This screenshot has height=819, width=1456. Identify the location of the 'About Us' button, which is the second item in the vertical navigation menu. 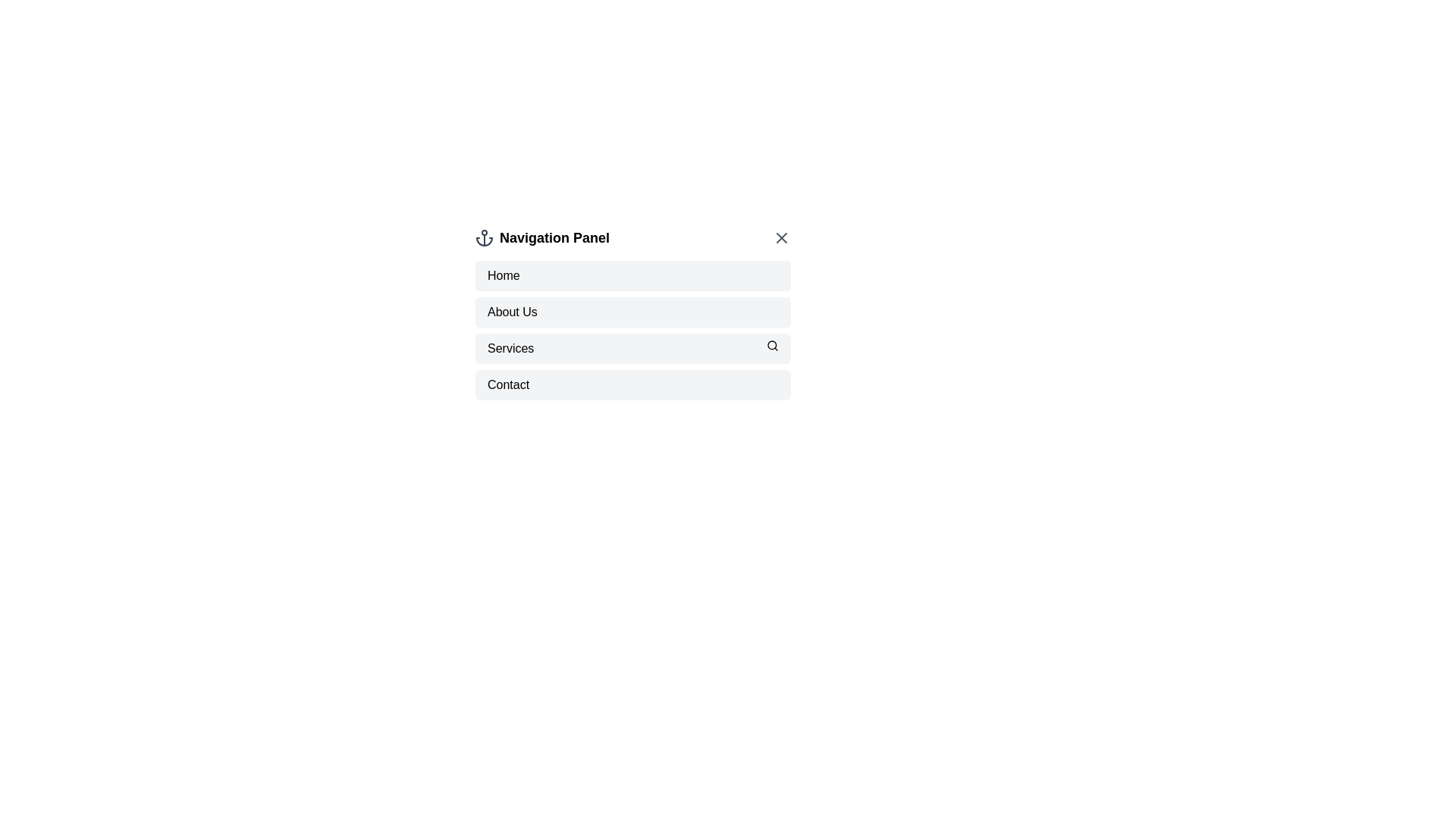
(633, 312).